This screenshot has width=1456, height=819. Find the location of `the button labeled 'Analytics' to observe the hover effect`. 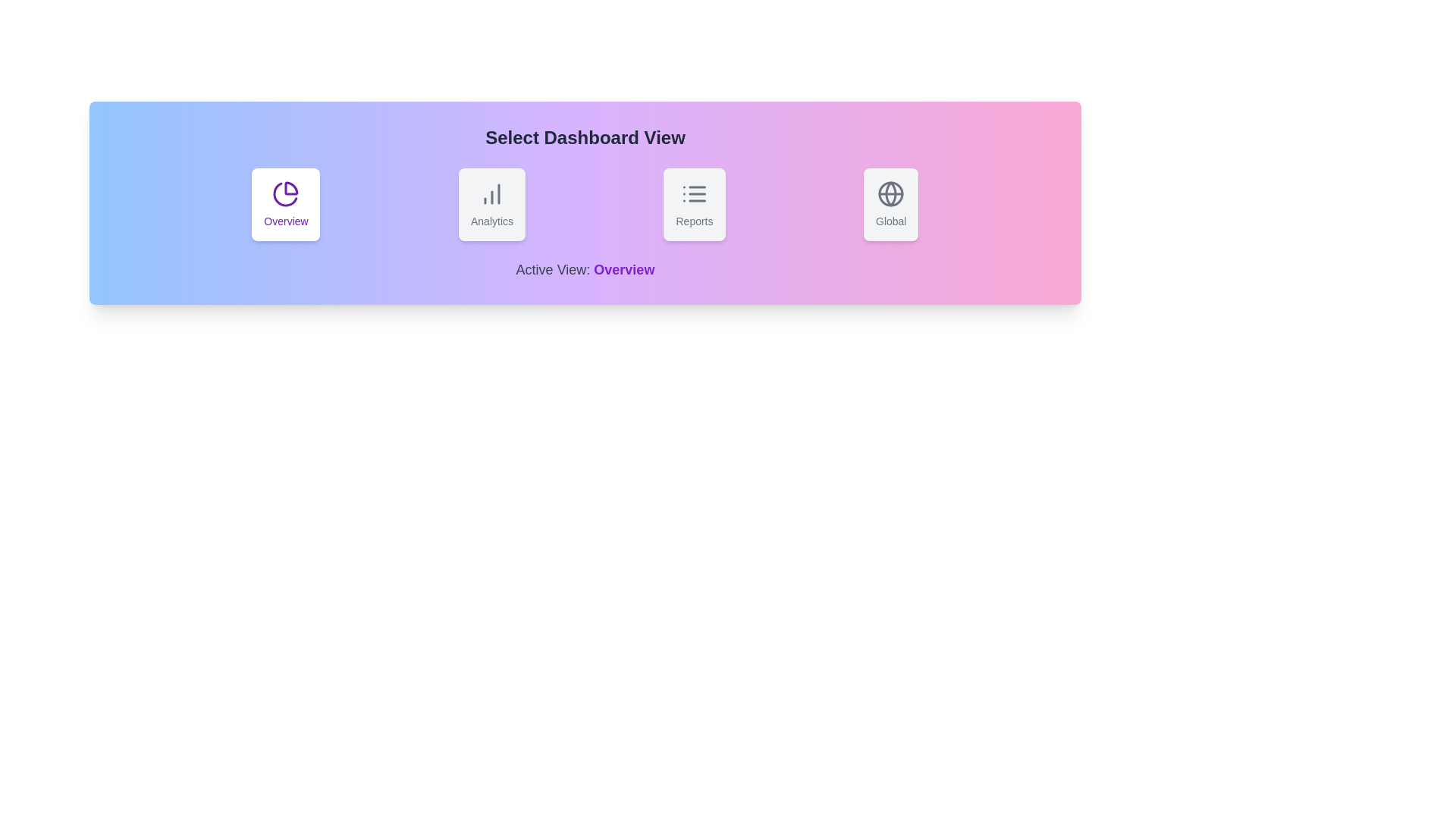

the button labeled 'Analytics' to observe the hover effect is located at coordinates (491, 205).